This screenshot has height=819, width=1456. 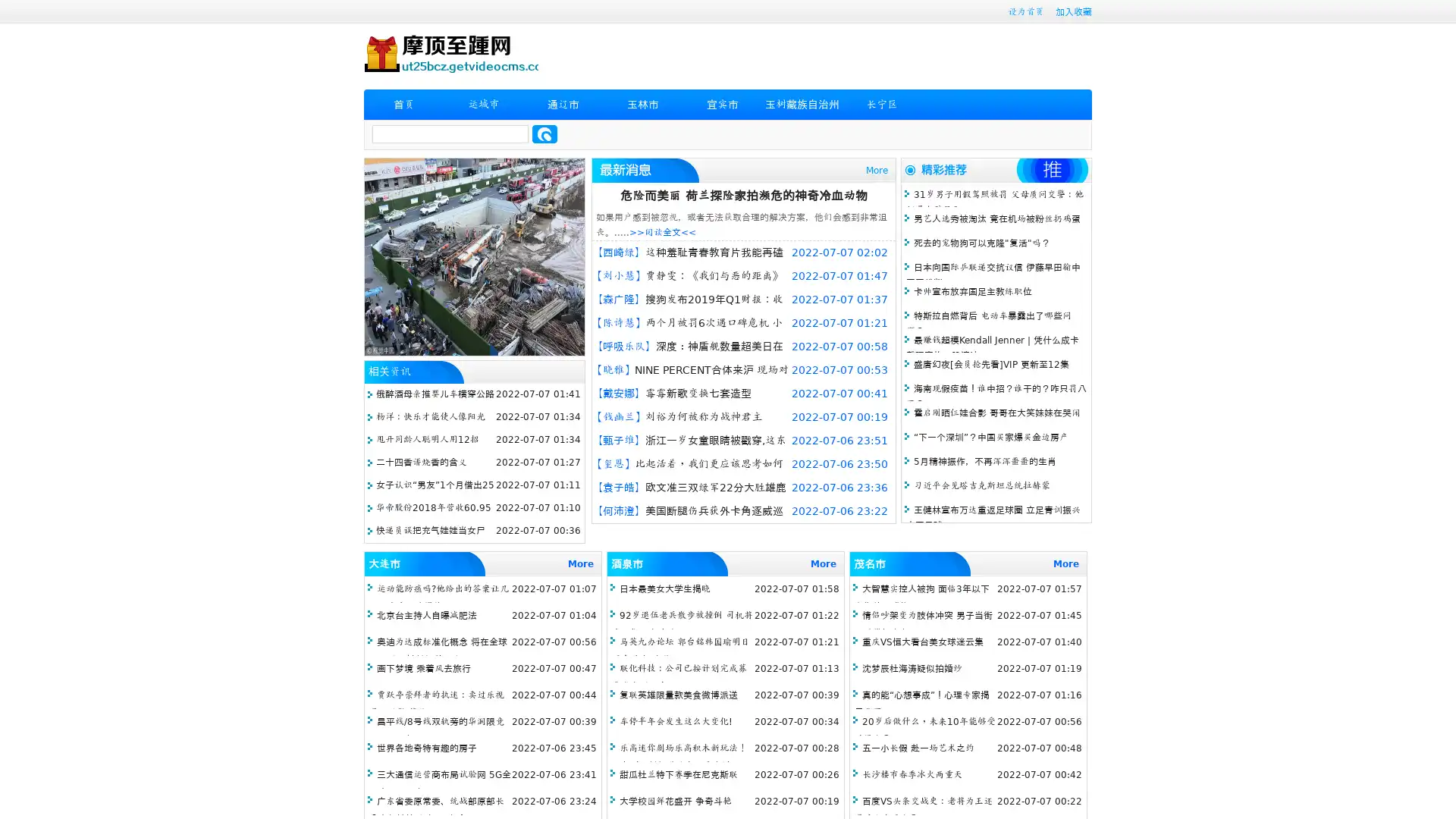 What do you see at coordinates (544, 133) in the screenshot?
I see `Search` at bounding box center [544, 133].